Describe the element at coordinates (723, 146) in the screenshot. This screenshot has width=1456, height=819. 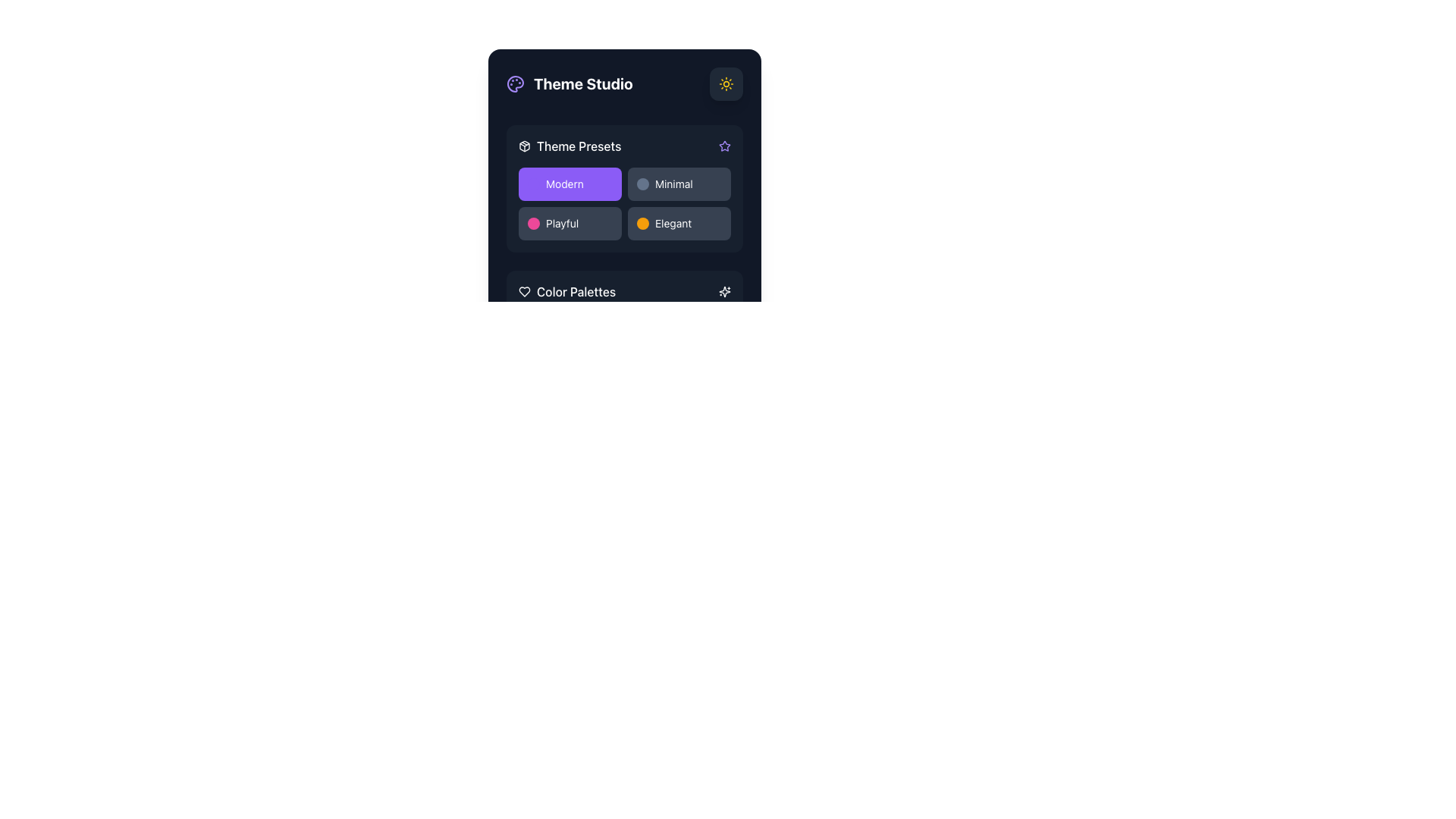
I see `the violet outlined five-point star icon located near the top-right corner of the 'Theme Studio' box` at that location.